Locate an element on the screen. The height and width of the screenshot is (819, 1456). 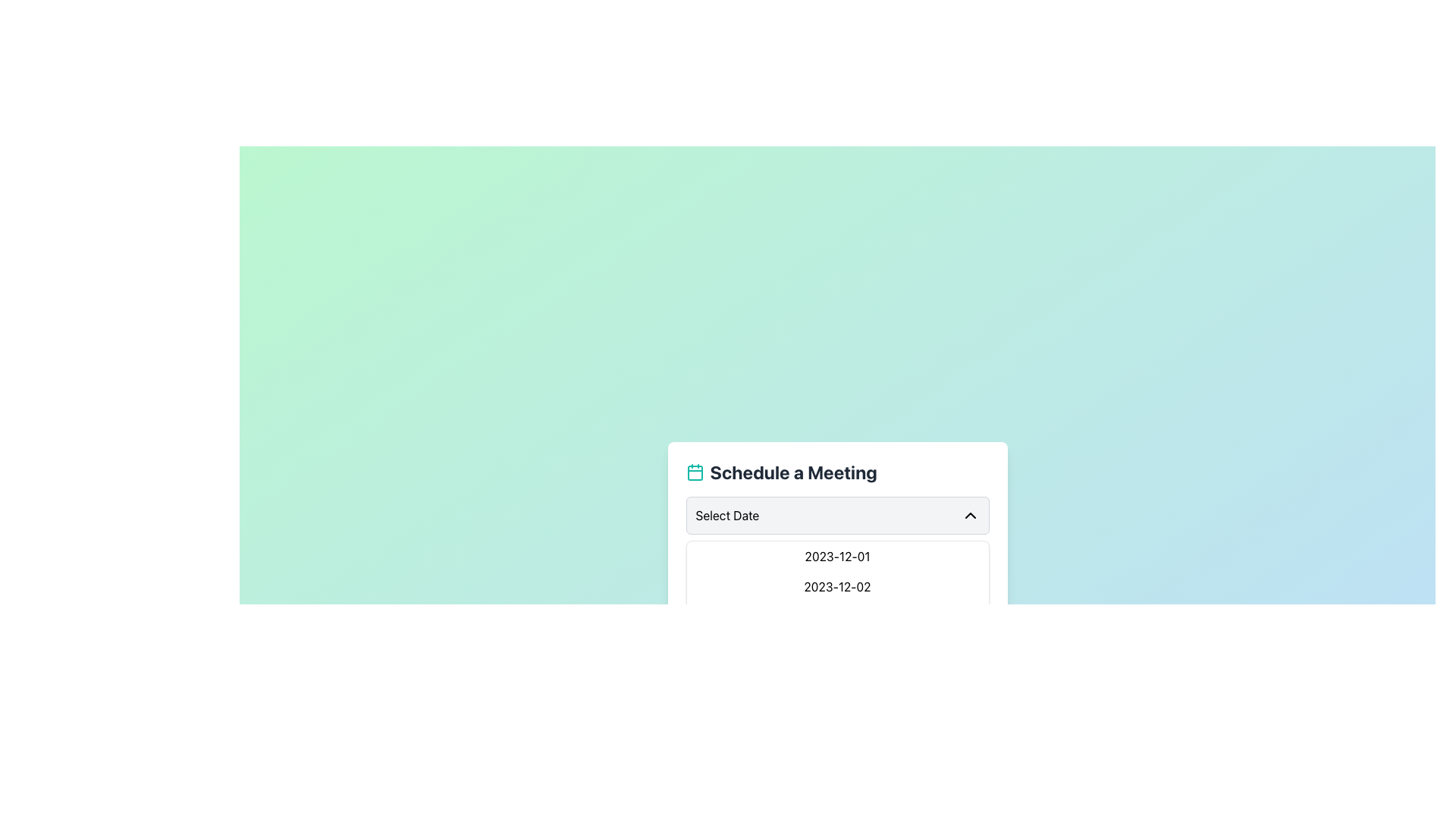
the selectable list item displaying the date '2023-12-01' is located at coordinates (836, 556).